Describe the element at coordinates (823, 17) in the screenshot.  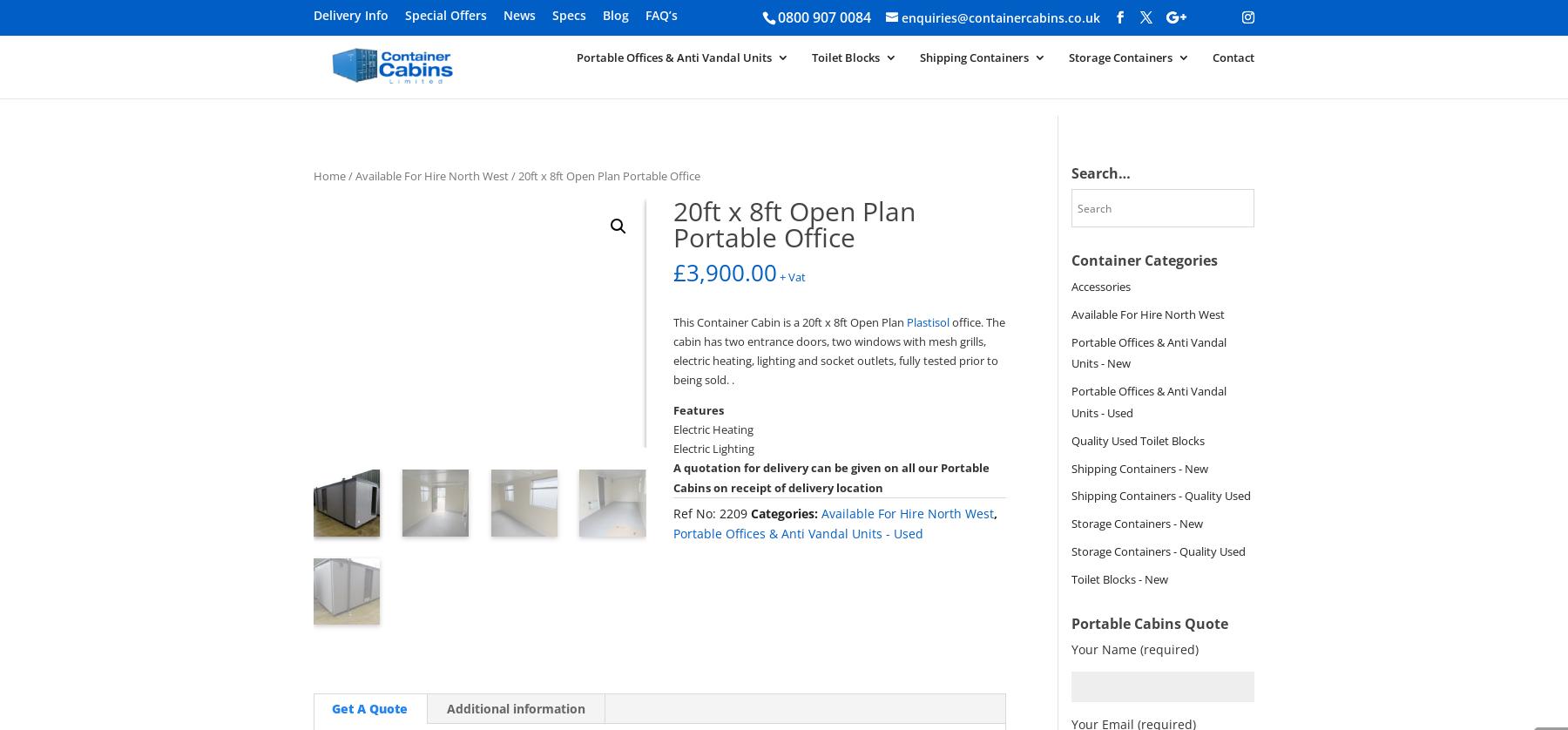
I see `'0800 907 0084'` at that location.